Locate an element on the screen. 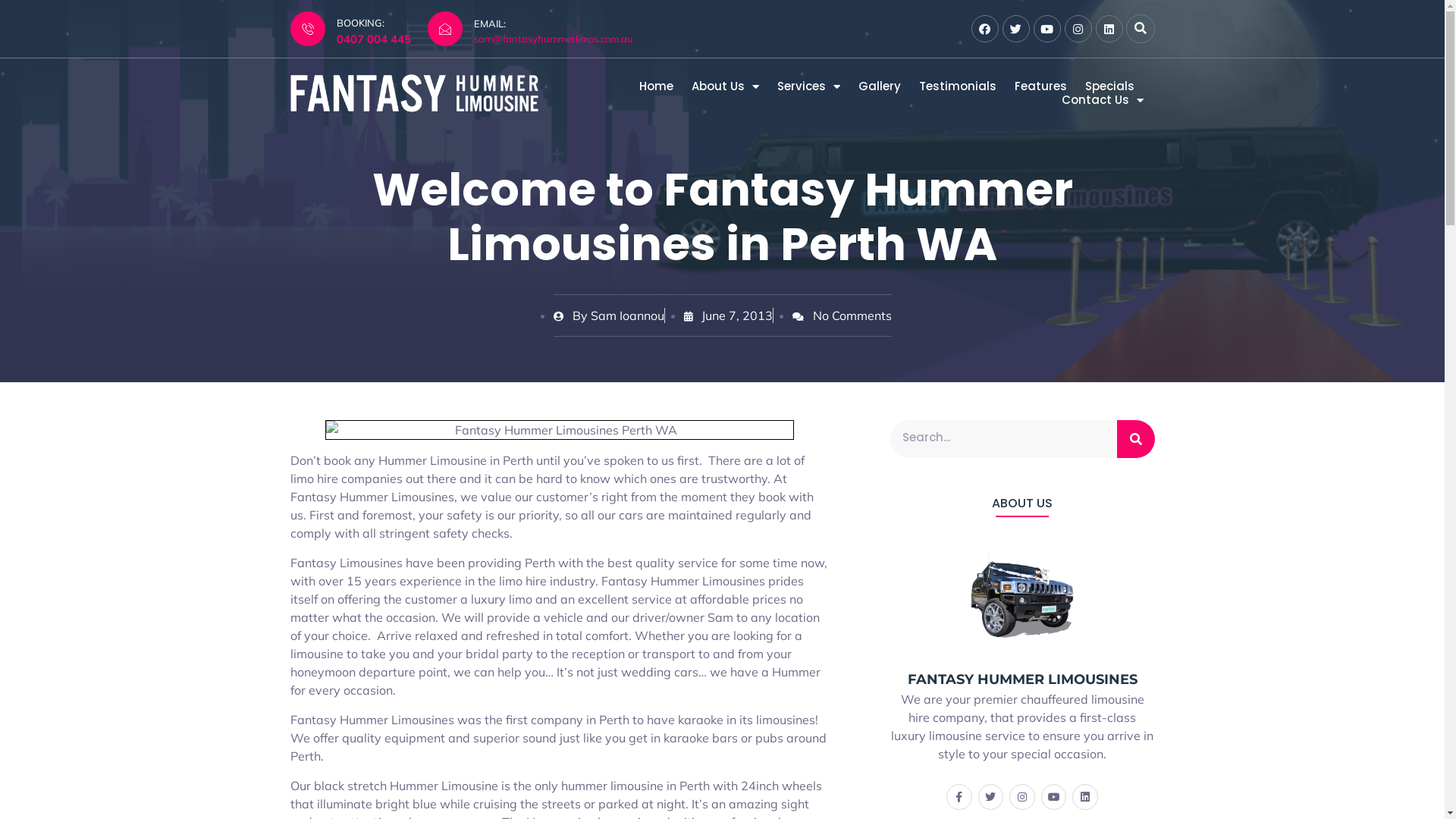 Image resolution: width=1456 pixels, height=819 pixels. 'Services' is located at coordinates (807, 86).